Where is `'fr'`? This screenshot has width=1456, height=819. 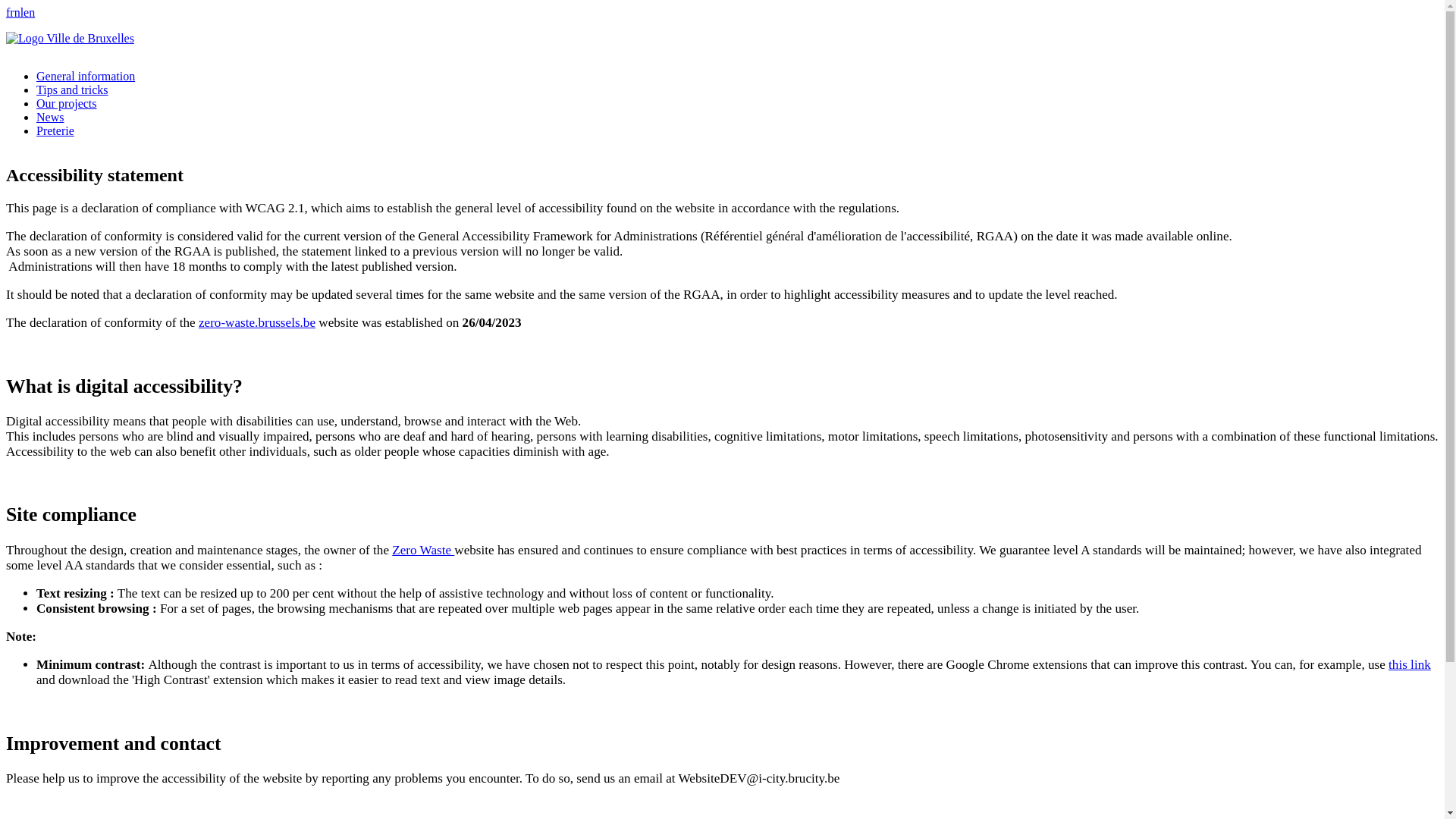 'fr' is located at coordinates (10, 12).